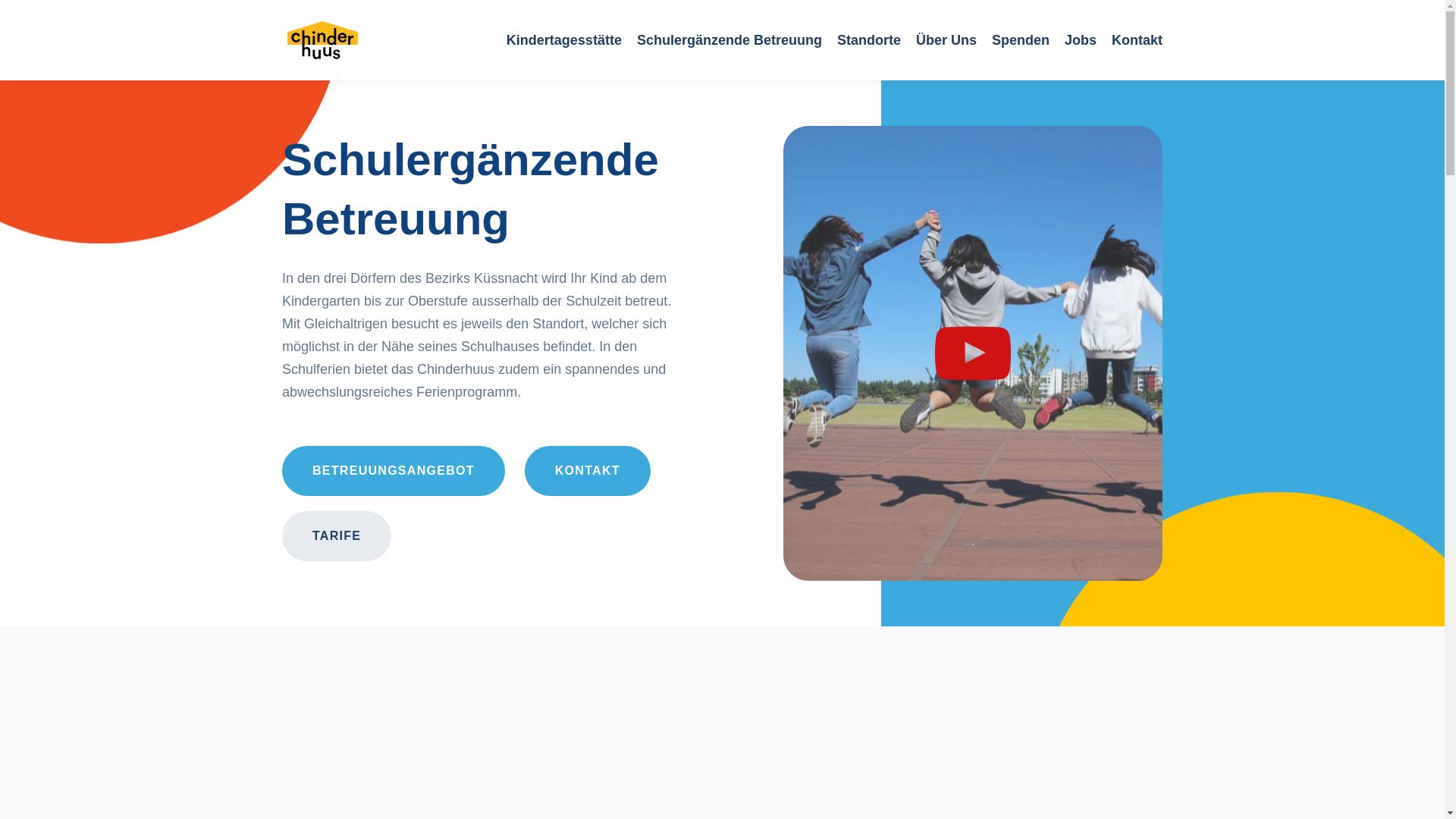  I want to click on 'Standorte', so click(836, 39).